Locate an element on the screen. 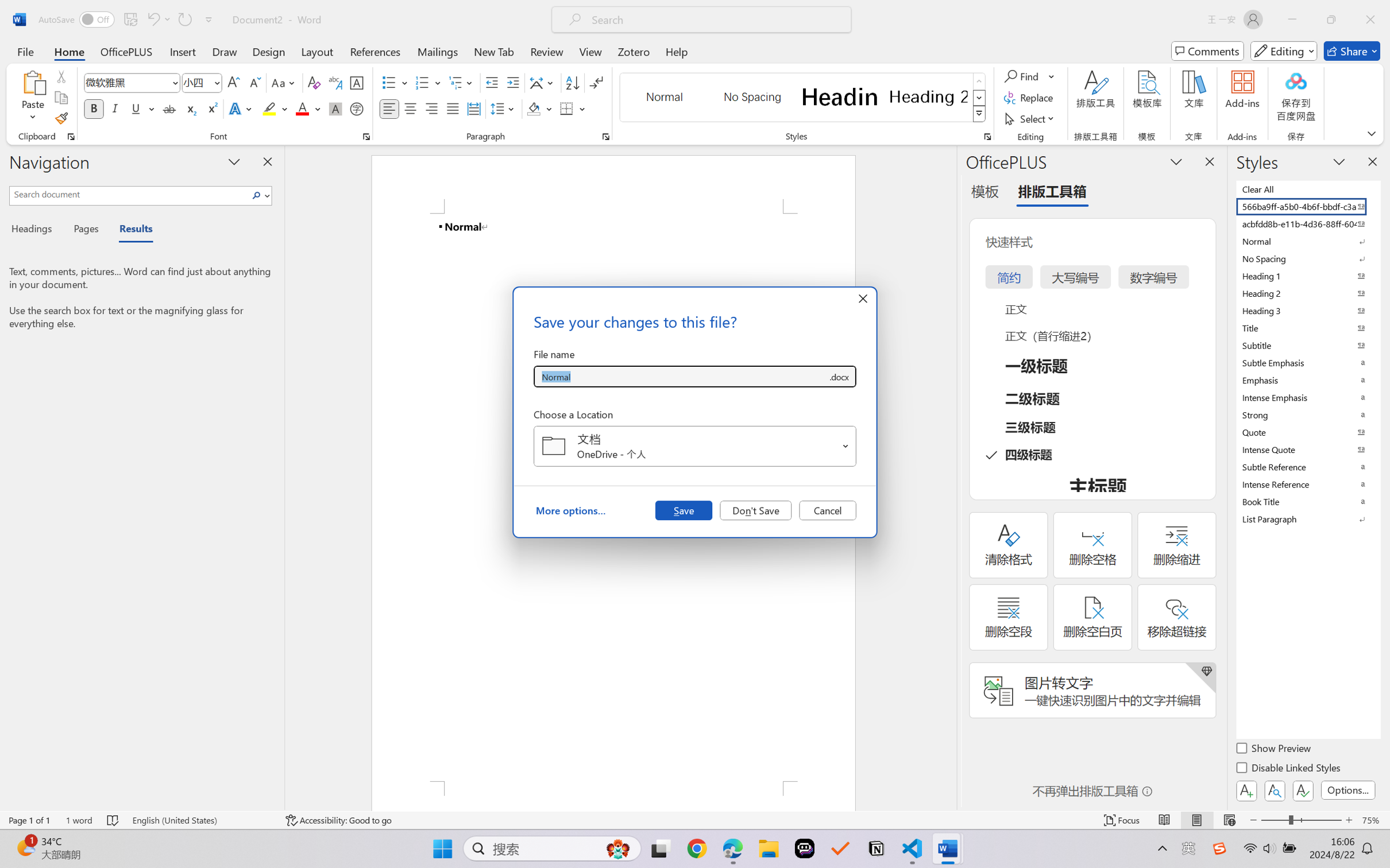 The width and height of the screenshot is (1390, 868). 'Grow Font' is located at coordinates (233, 83).